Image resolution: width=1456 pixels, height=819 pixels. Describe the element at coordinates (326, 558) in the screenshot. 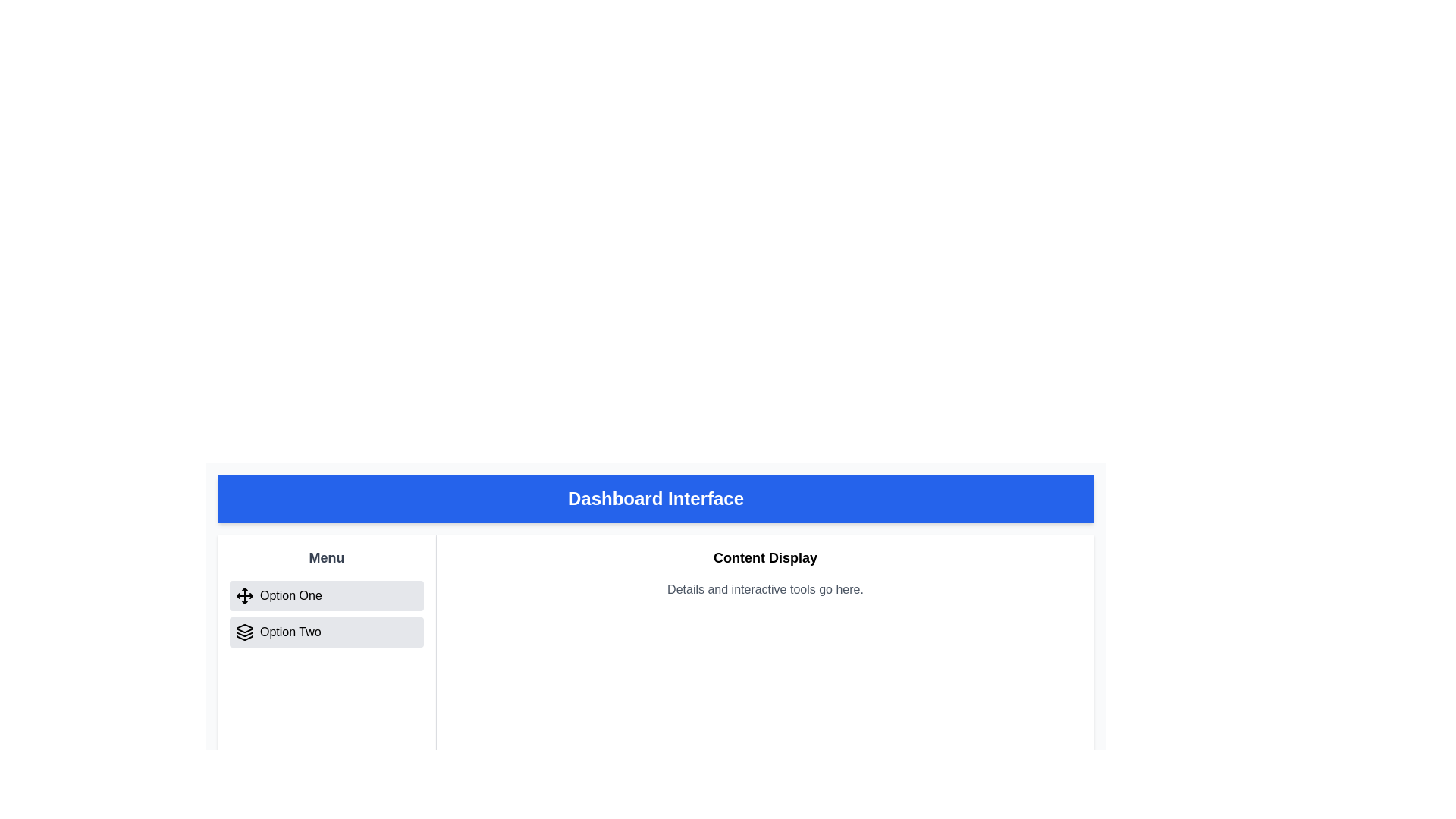

I see `the non-interactive label at the top of the sidebar that indicates the section's purpose` at that location.